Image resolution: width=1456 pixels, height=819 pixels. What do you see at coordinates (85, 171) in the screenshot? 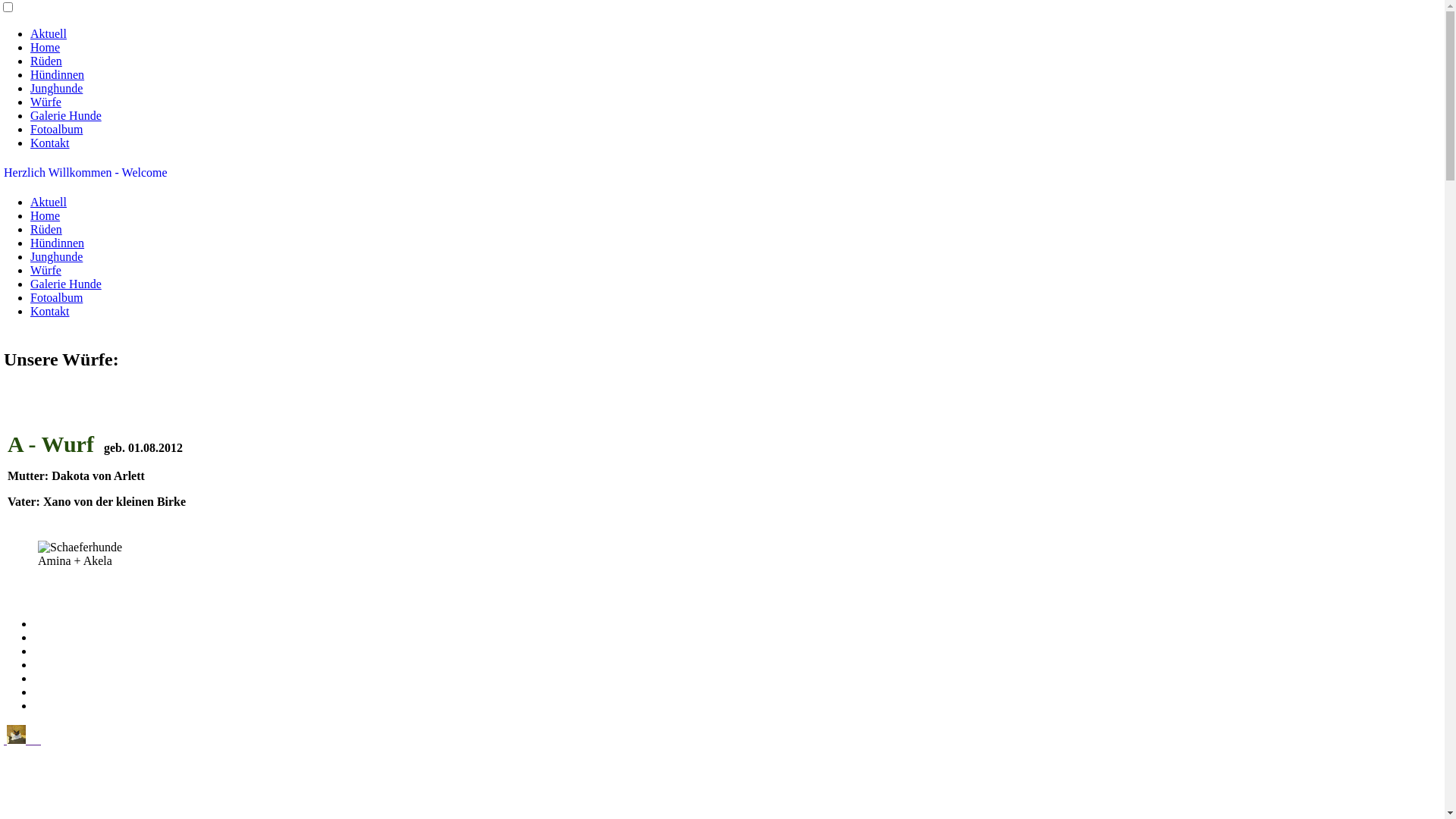
I see `'Herzlich Willkommen - Welcome'` at bounding box center [85, 171].